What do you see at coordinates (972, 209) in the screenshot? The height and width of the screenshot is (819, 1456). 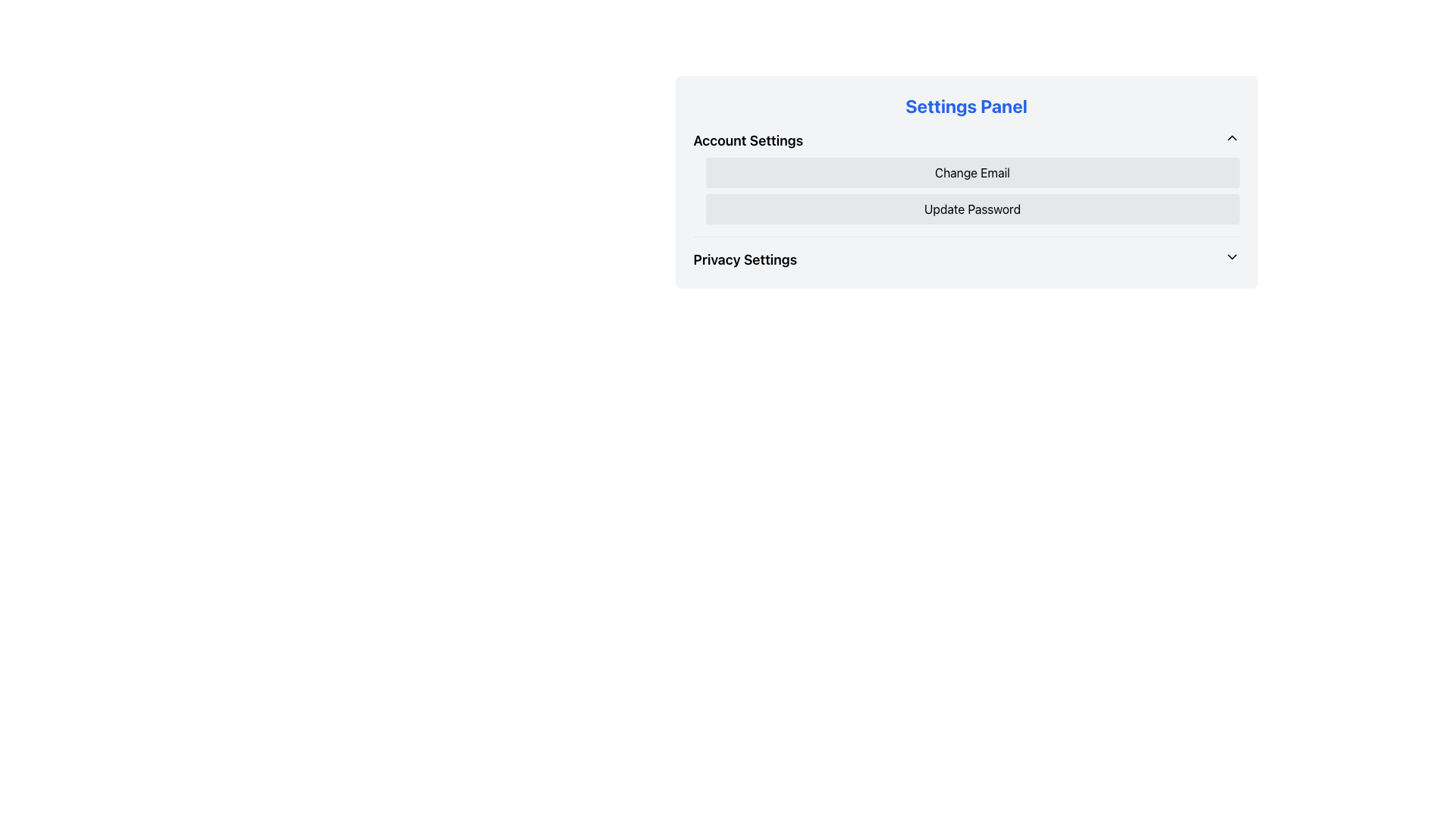 I see `the 'Update Password' button located below the 'Change Email' button in the Account Settings section` at bounding box center [972, 209].